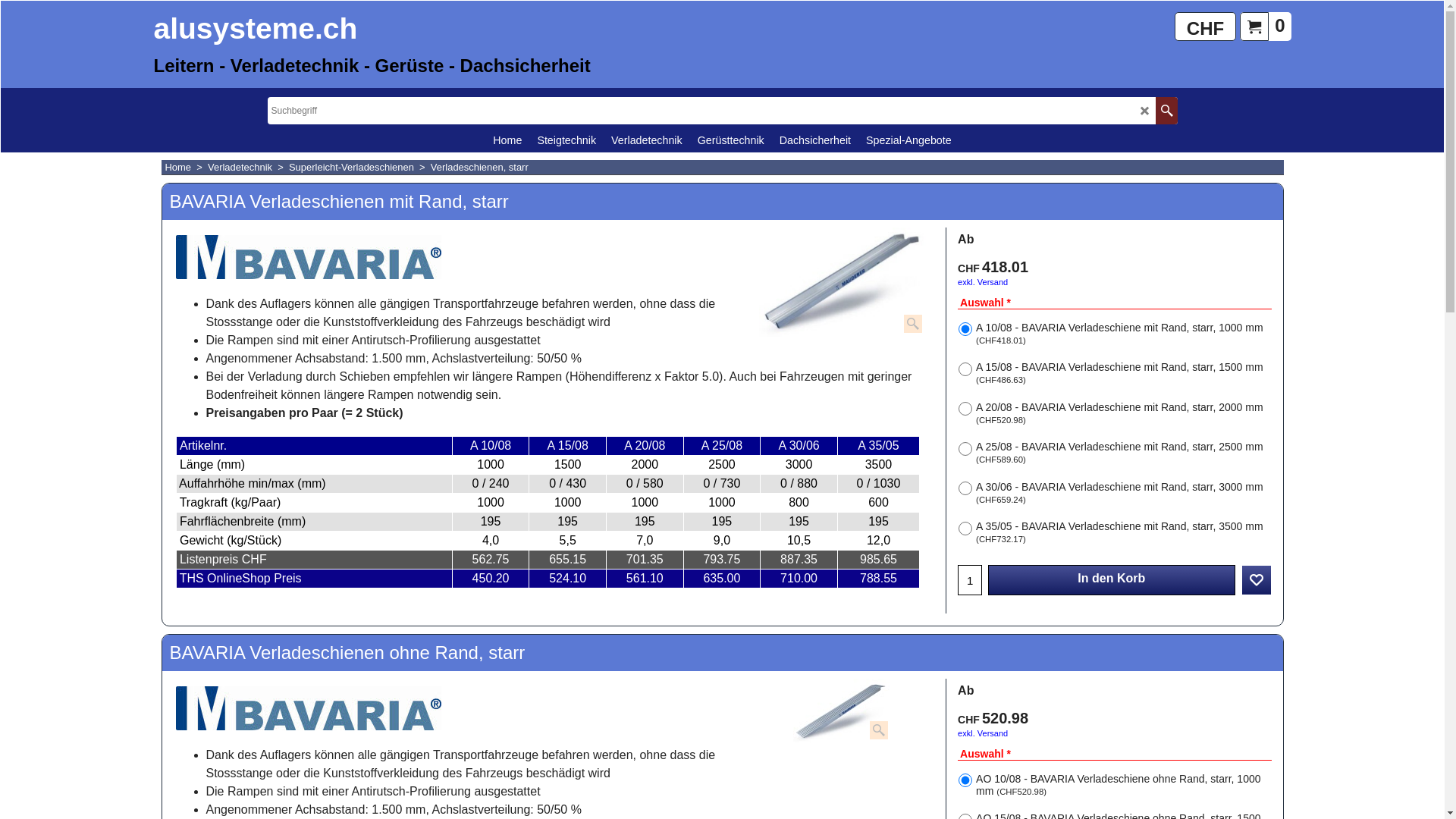 Image resolution: width=1456 pixels, height=819 pixels. Describe the element at coordinates (1265, 26) in the screenshot. I see `'0'` at that location.